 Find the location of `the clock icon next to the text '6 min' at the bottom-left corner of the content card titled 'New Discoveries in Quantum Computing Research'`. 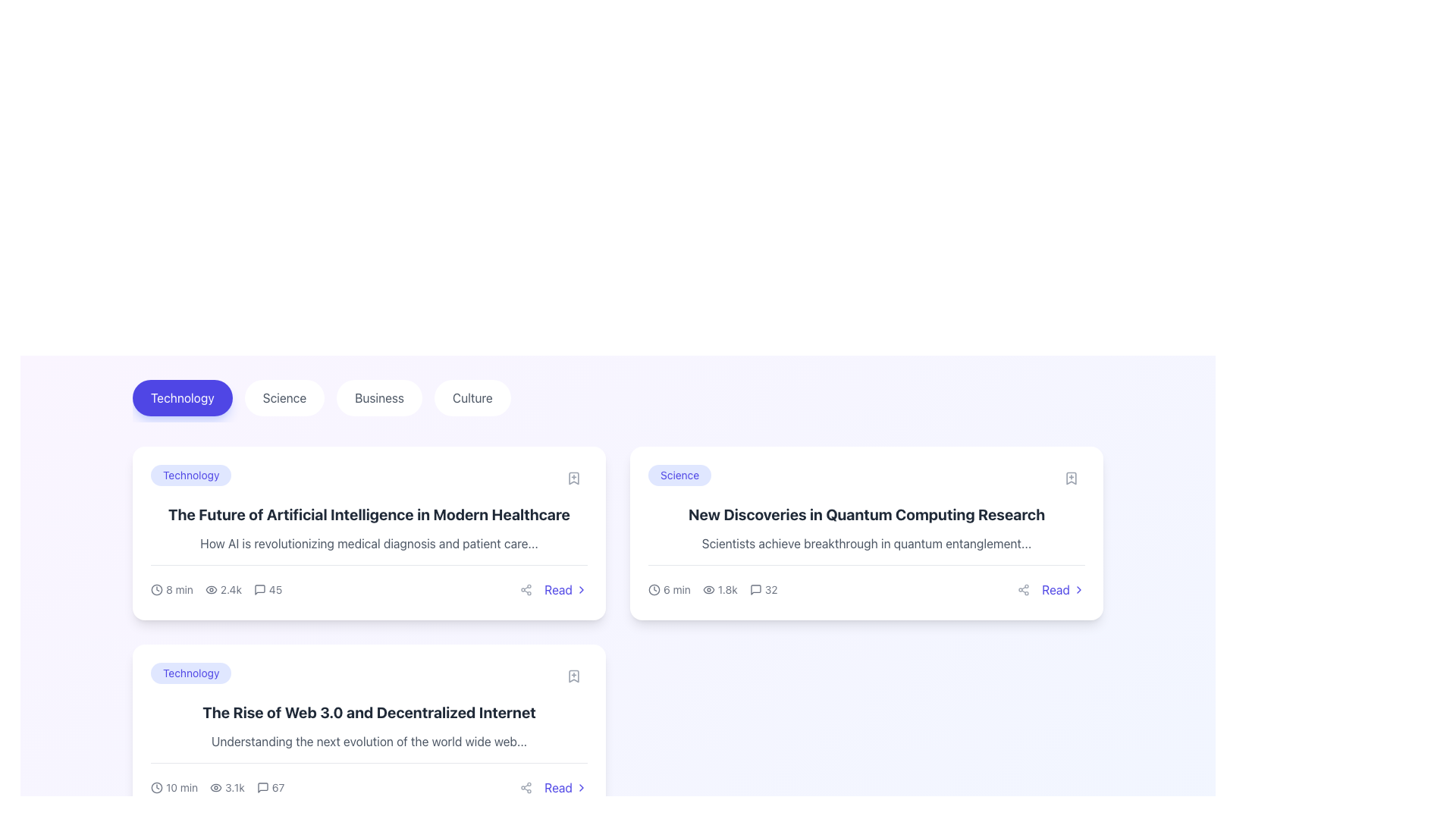

the clock icon next to the text '6 min' at the bottom-left corner of the content card titled 'New Discoveries in Quantum Computing Research' is located at coordinates (669, 589).